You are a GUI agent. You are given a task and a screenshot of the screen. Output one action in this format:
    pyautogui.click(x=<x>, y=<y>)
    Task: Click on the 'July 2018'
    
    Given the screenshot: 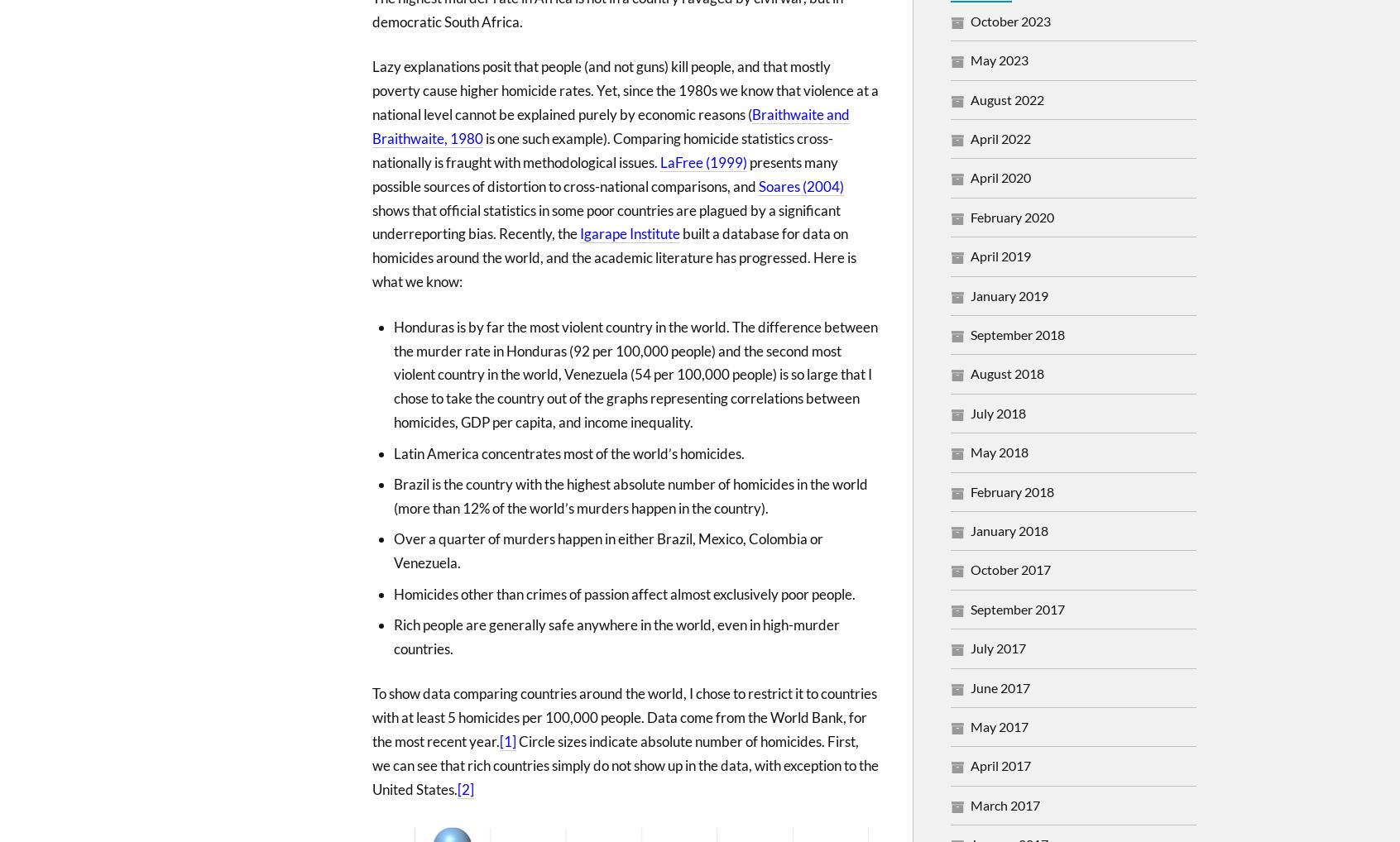 What is the action you would take?
    pyautogui.click(x=998, y=412)
    